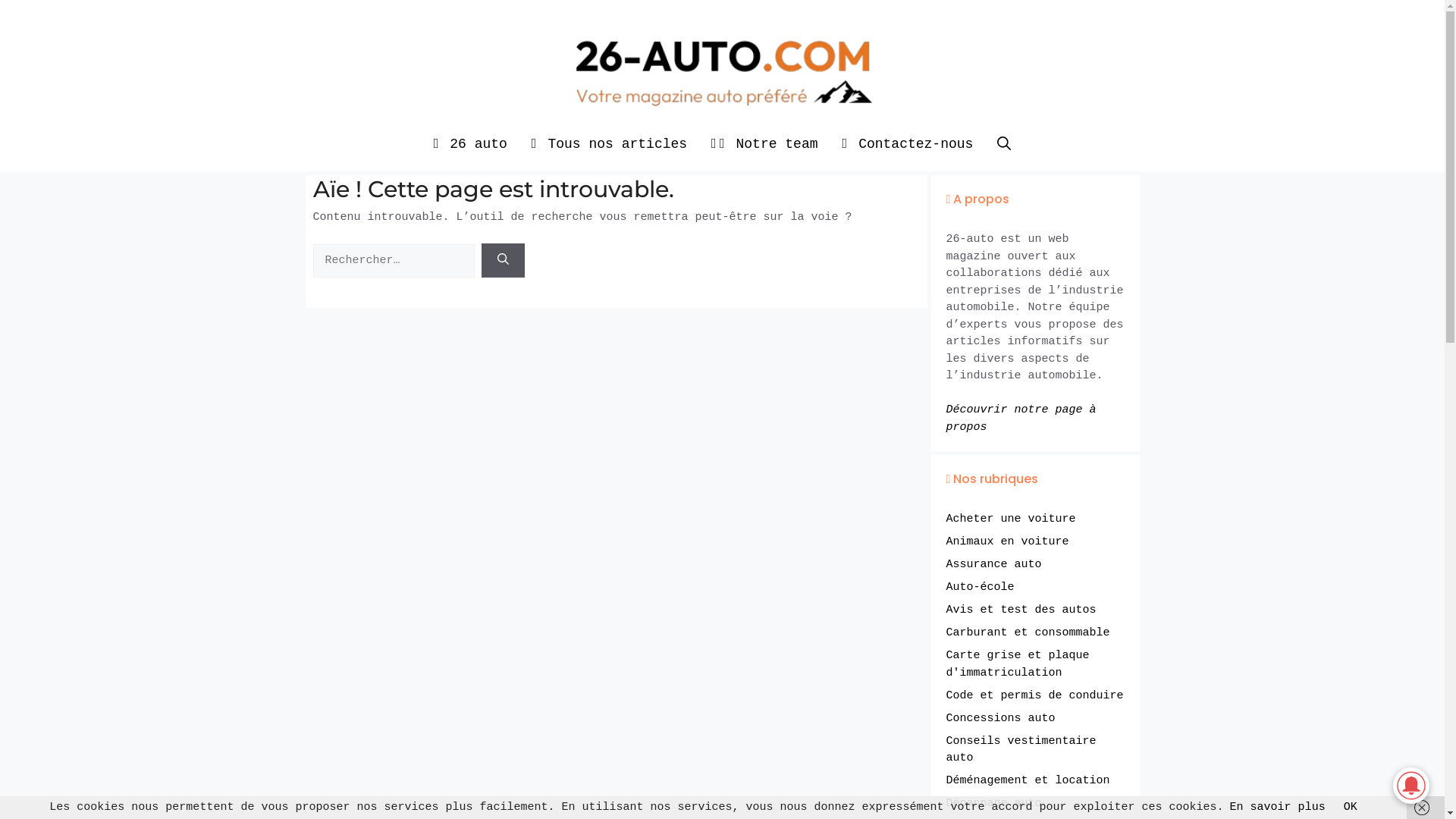 This screenshot has height=819, width=1456. What do you see at coordinates (1011, 518) in the screenshot?
I see `'Acheter une voiture'` at bounding box center [1011, 518].